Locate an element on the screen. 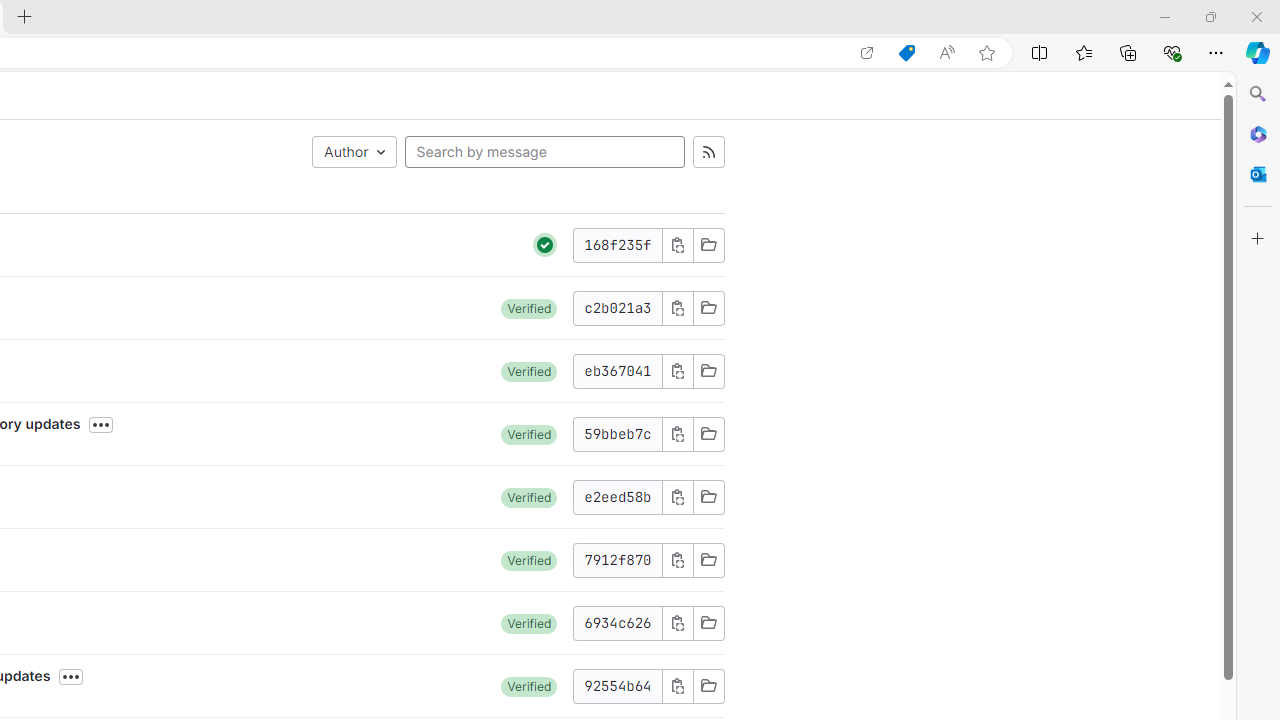 Image resolution: width=1280 pixels, height=720 pixels. 'Shopping in Microsoft Edge' is located at coordinates (905, 52).